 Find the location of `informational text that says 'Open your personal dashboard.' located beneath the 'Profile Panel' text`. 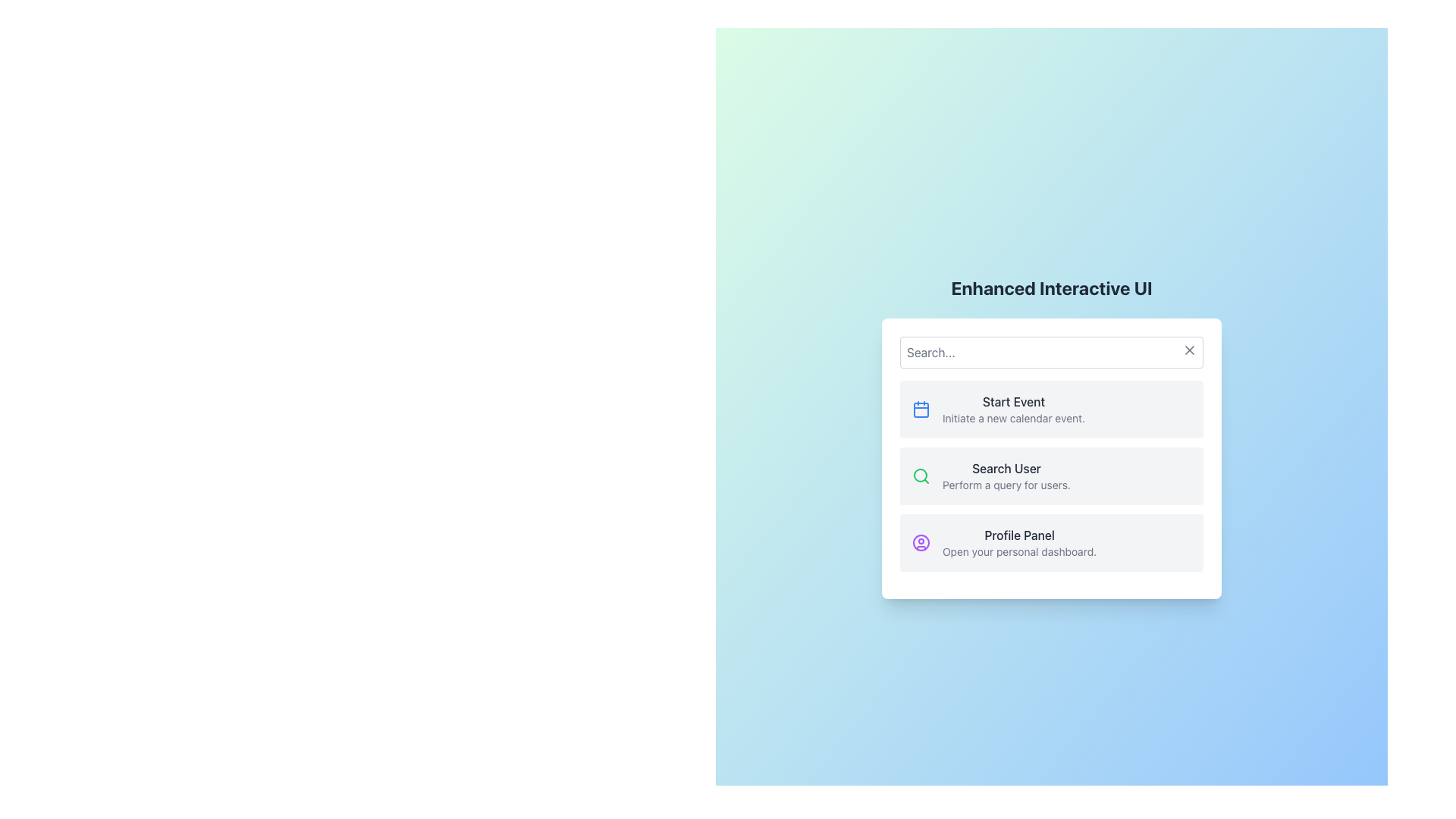

informational text that says 'Open your personal dashboard.' located beneath the 'Profile Panel' text is located at coordinates (1019, 552).